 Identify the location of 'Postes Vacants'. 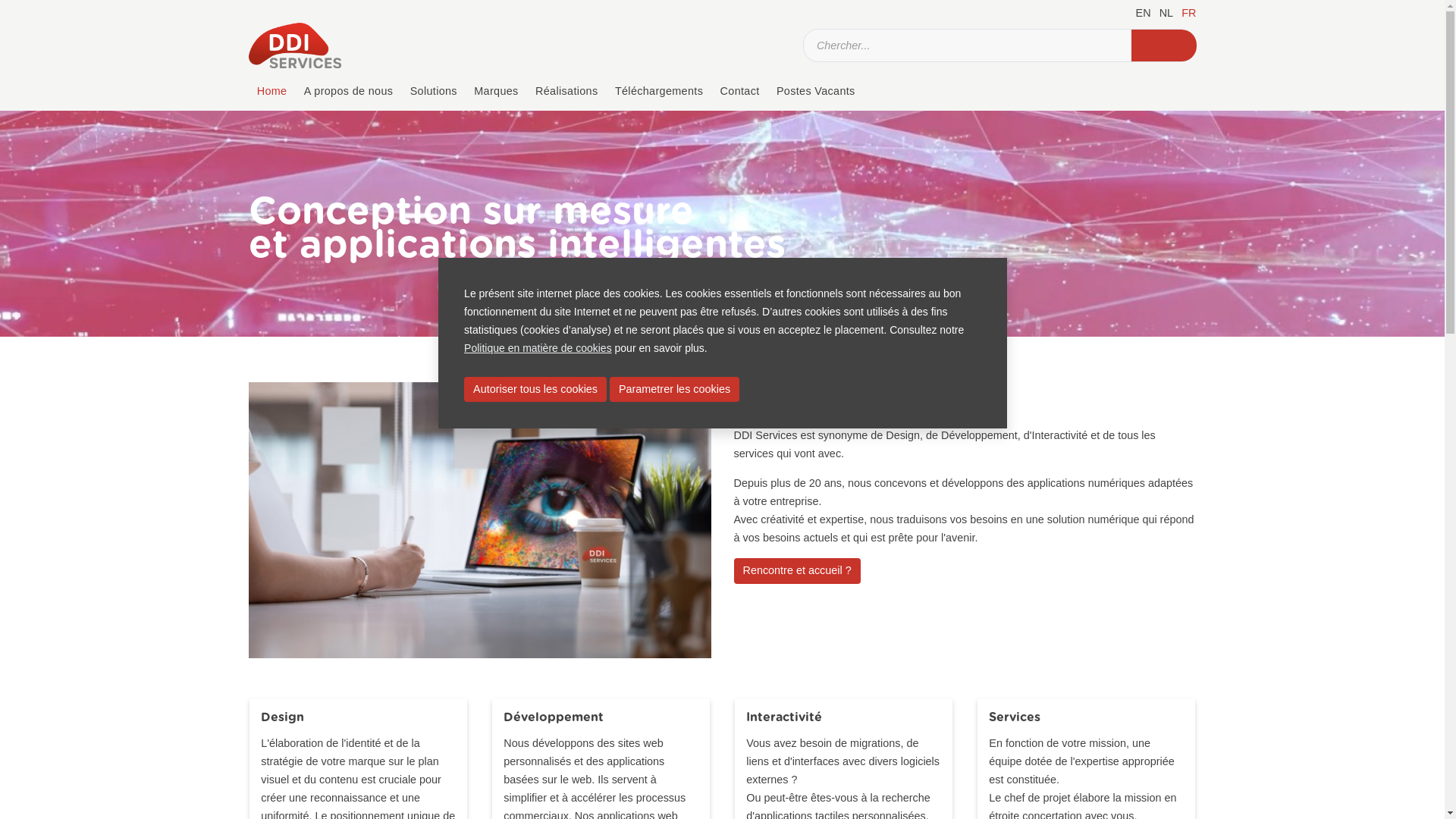
(767, 91).